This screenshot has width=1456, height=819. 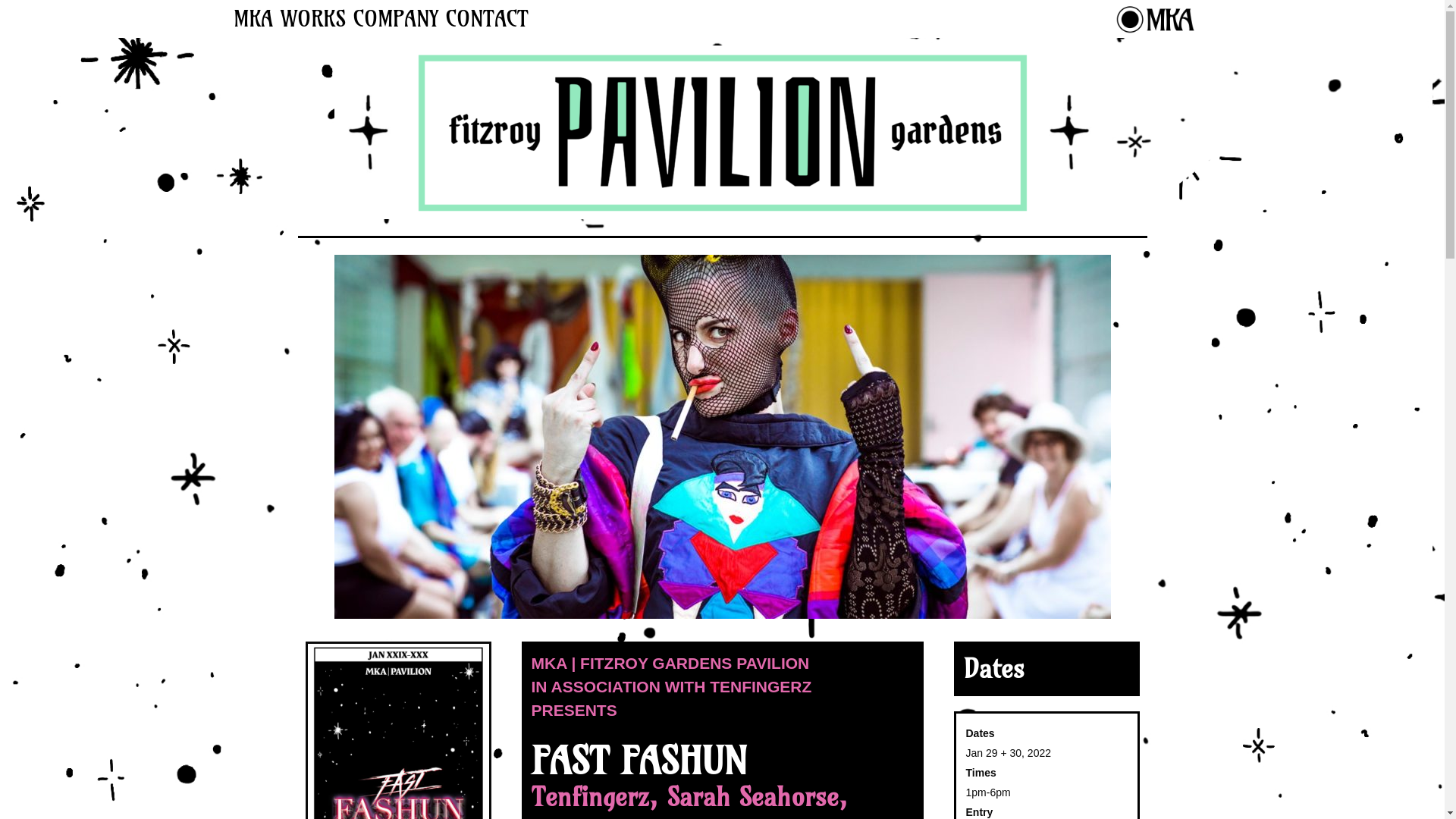 I want to click on 'CONTACT', so click(x=486, y=18).